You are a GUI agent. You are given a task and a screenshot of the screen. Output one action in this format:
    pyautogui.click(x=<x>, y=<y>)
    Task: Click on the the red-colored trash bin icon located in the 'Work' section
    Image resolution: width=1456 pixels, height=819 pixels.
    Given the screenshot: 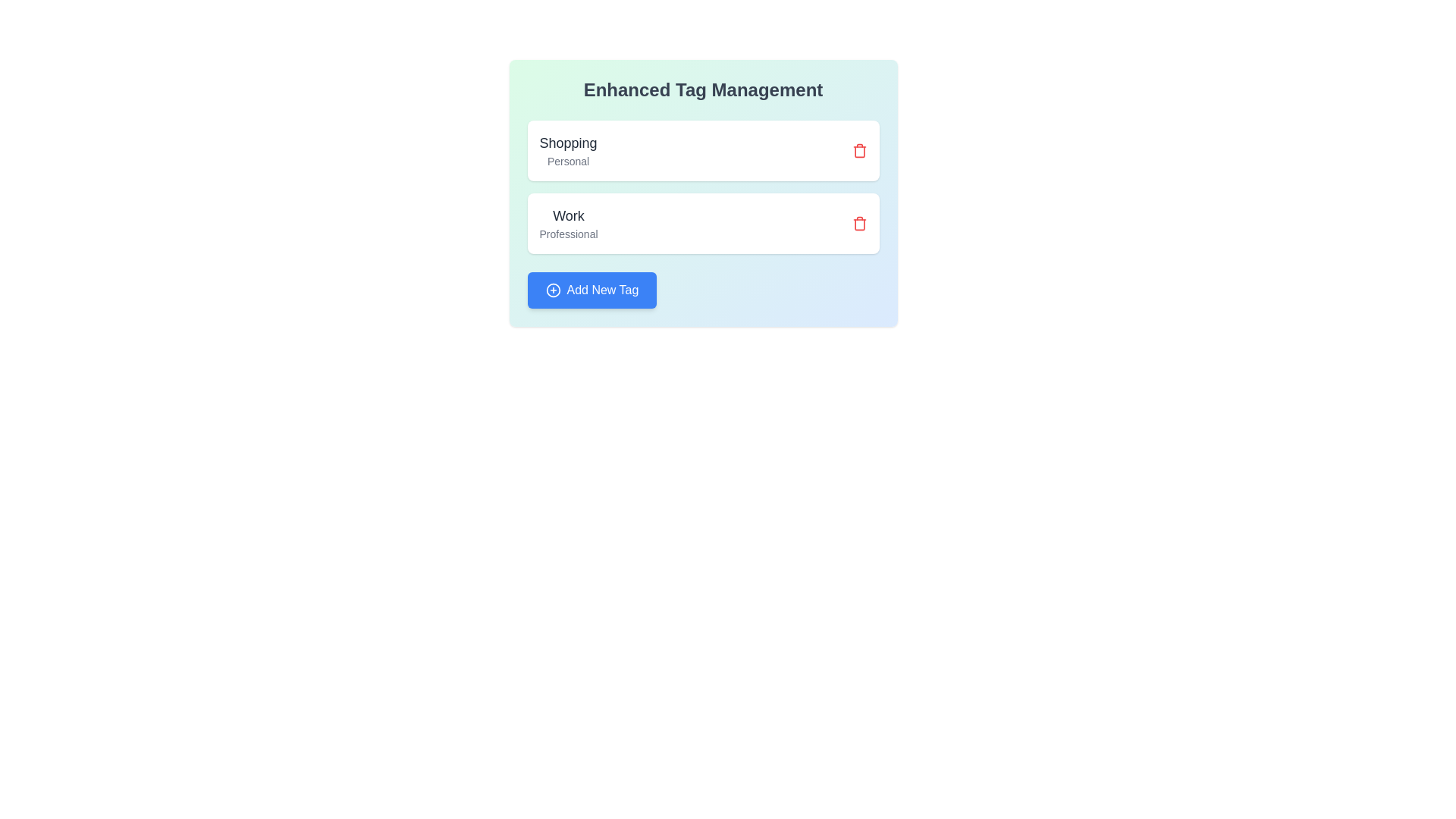 What is the action you would take?
    pyautogui.click(x=859, y=223)
    